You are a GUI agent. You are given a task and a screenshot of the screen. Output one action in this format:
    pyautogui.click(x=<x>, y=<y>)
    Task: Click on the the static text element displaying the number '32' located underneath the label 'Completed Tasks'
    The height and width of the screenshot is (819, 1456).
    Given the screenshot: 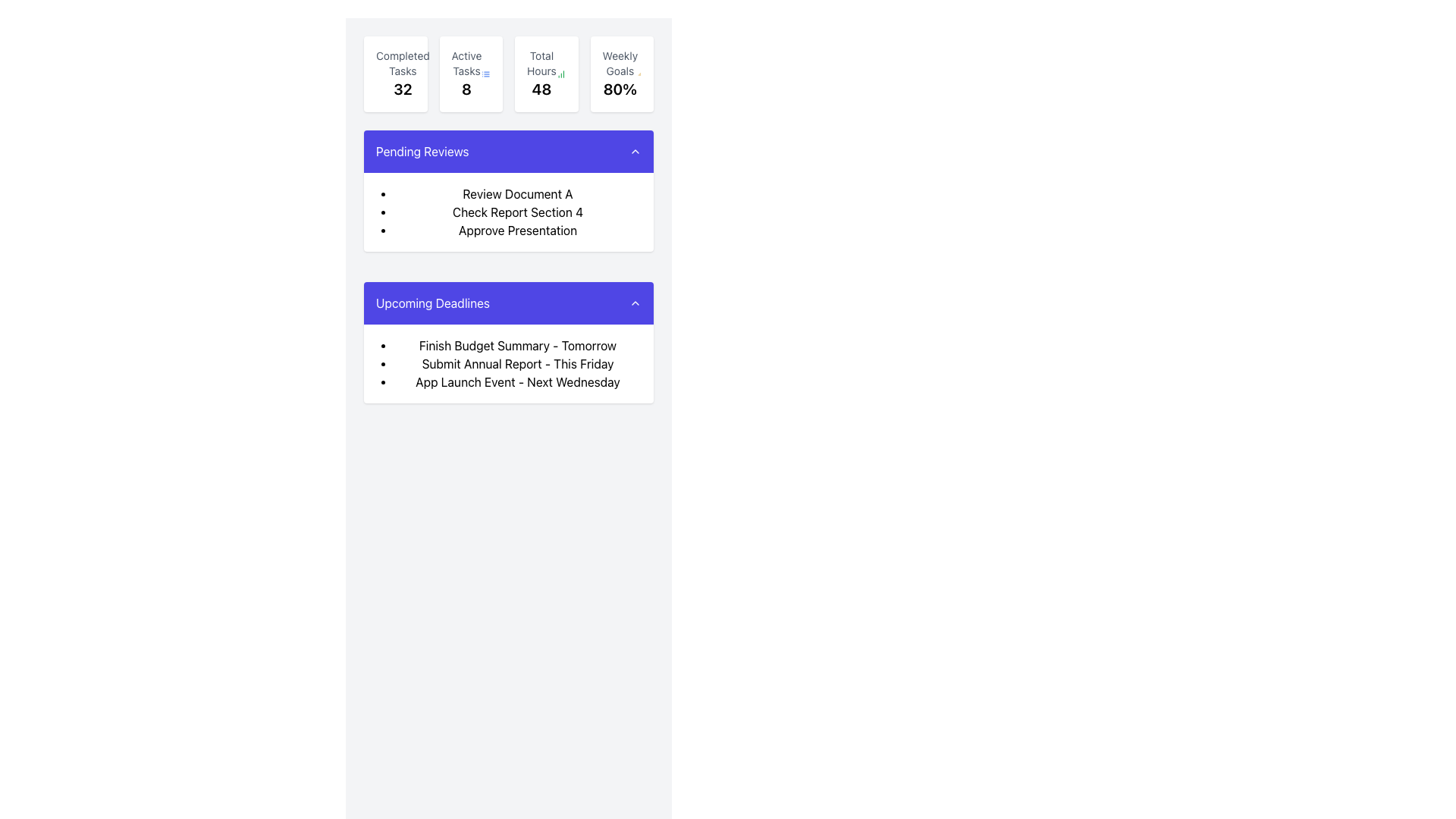 What is the action you would take?
    pyautogui.click(x=403, y=89)
    